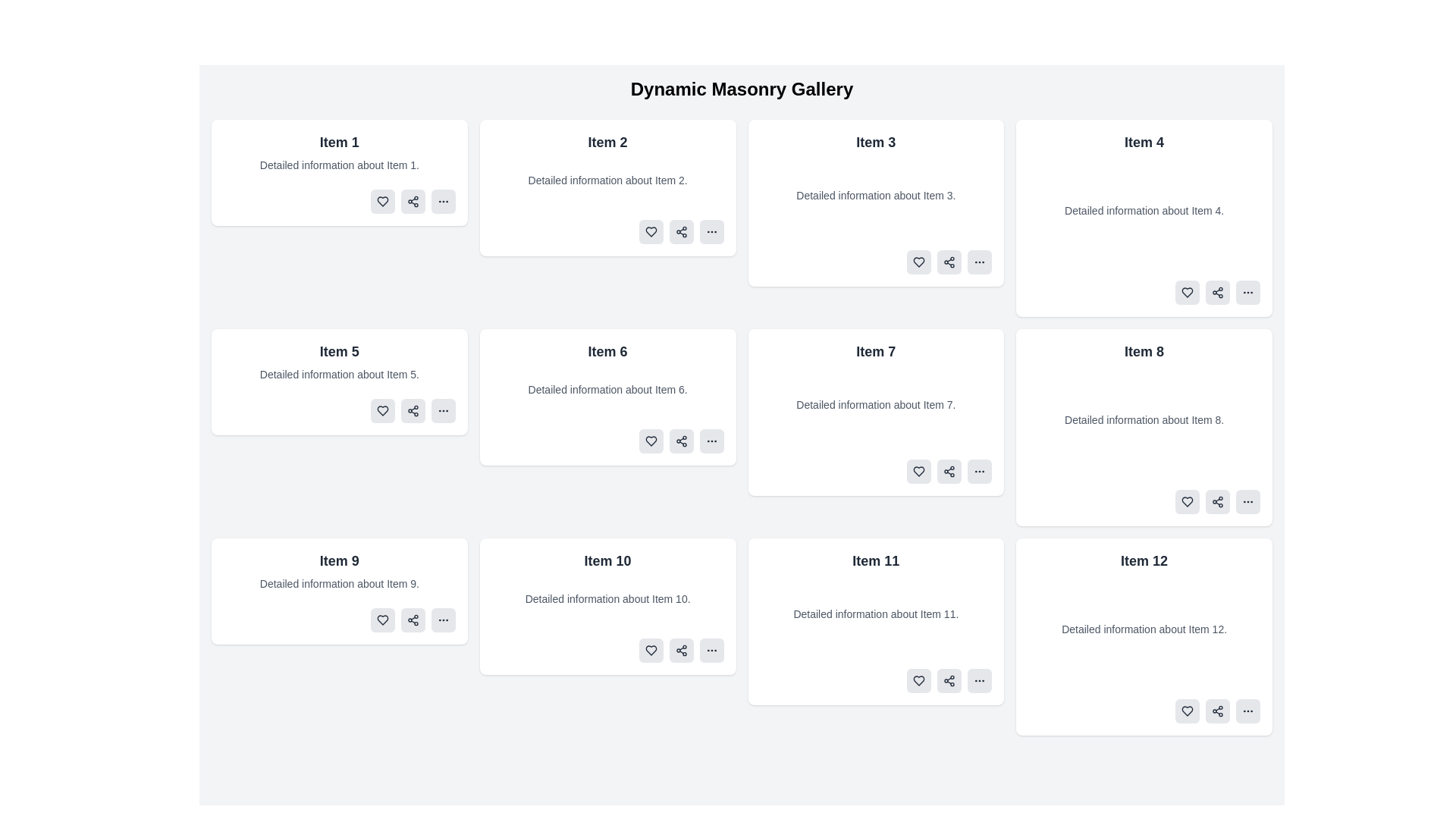  Describe the element at coordinates (1248, 502) in the screenshot. I see `the button located at the bottom-right corner inside the card labeled 'Item 8'` at that location.